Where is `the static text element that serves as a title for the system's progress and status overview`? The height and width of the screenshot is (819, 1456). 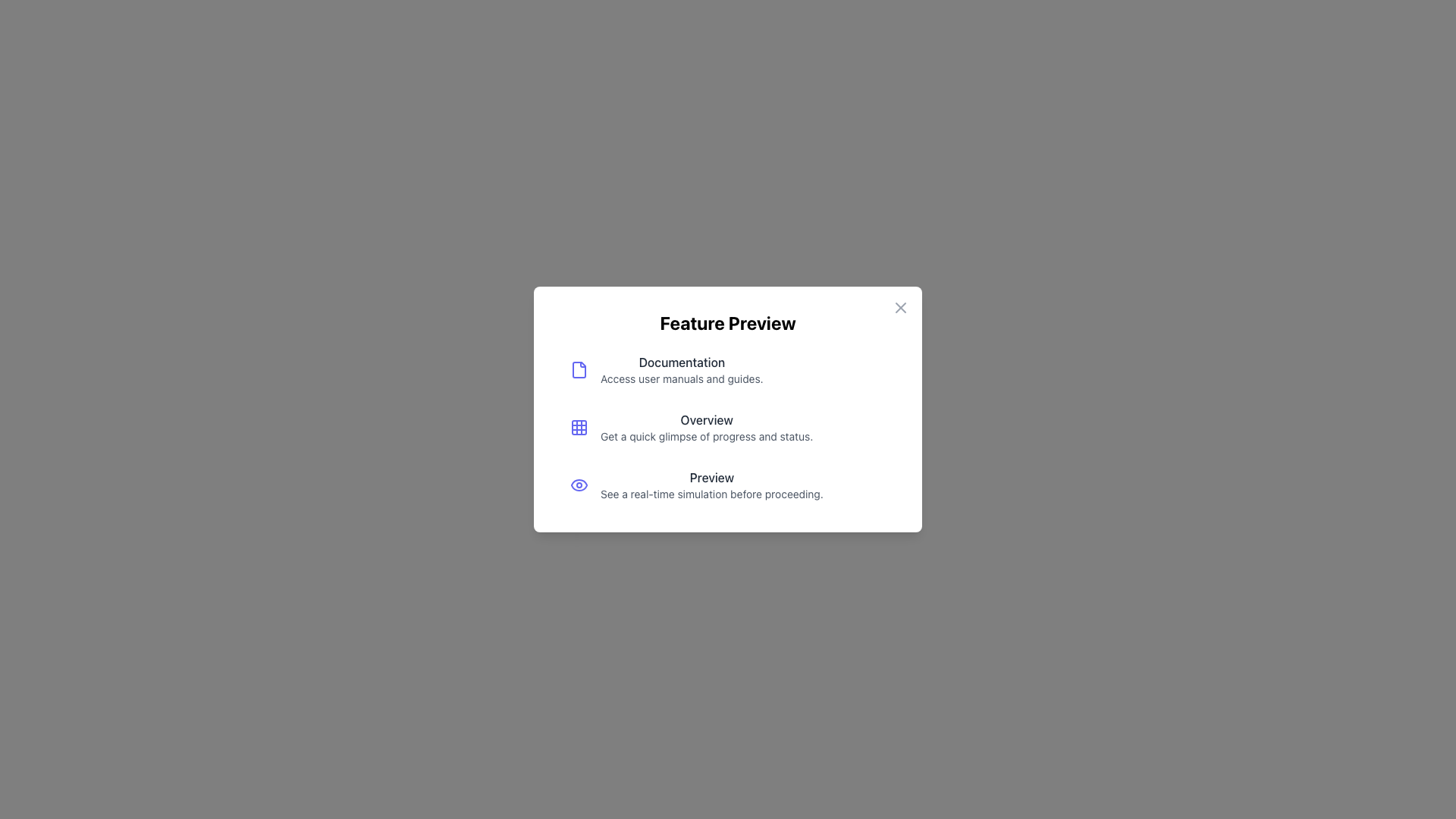 the static text element that serves as a title for the system's progress and status overview is located at coordinates (706, 420).